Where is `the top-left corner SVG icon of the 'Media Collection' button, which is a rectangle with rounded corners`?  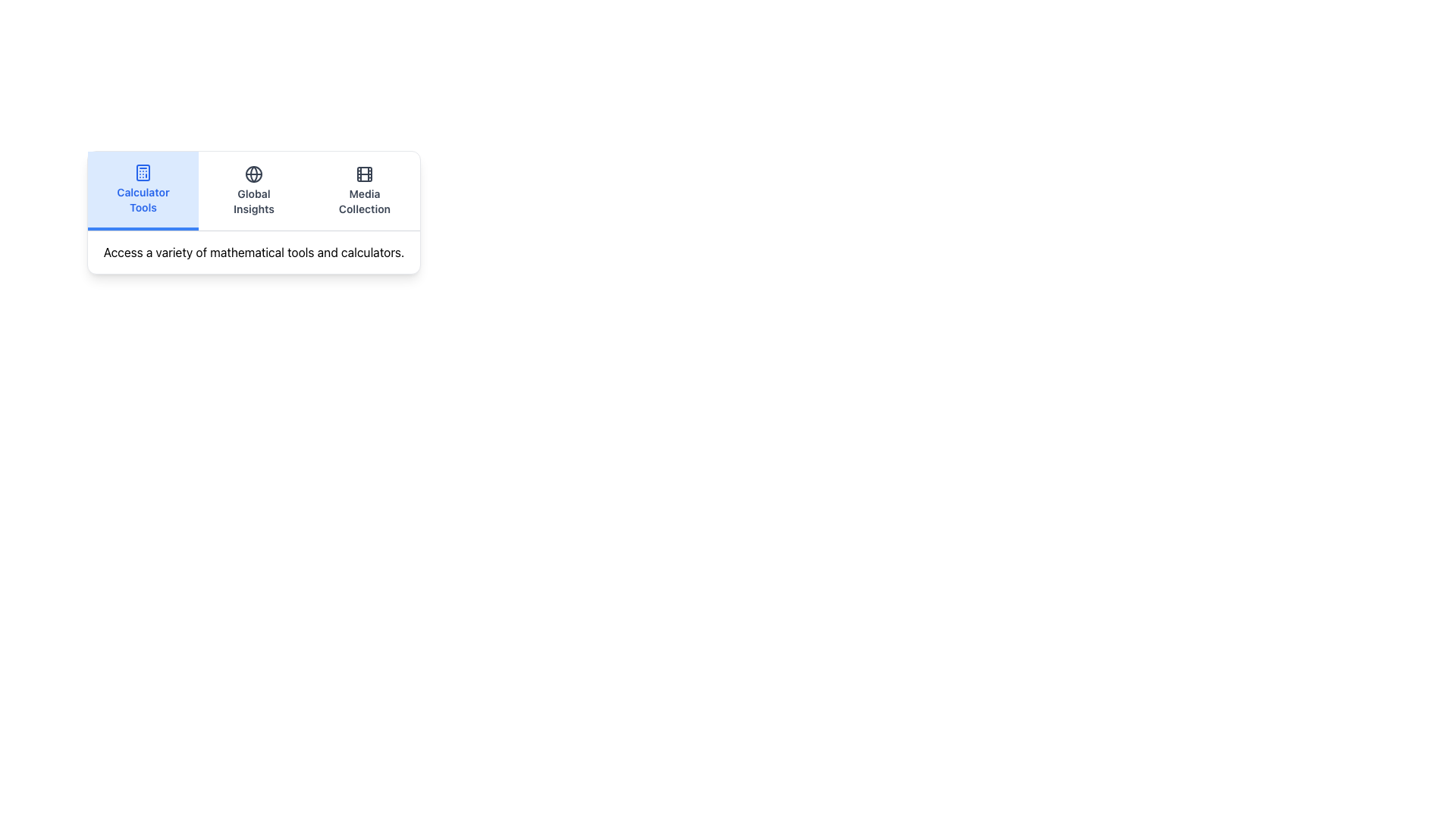
the top-left corner SVG icon of the 'Media Collection' button, which is a rectangle with rounded corners is located at coordinates (364, 174).